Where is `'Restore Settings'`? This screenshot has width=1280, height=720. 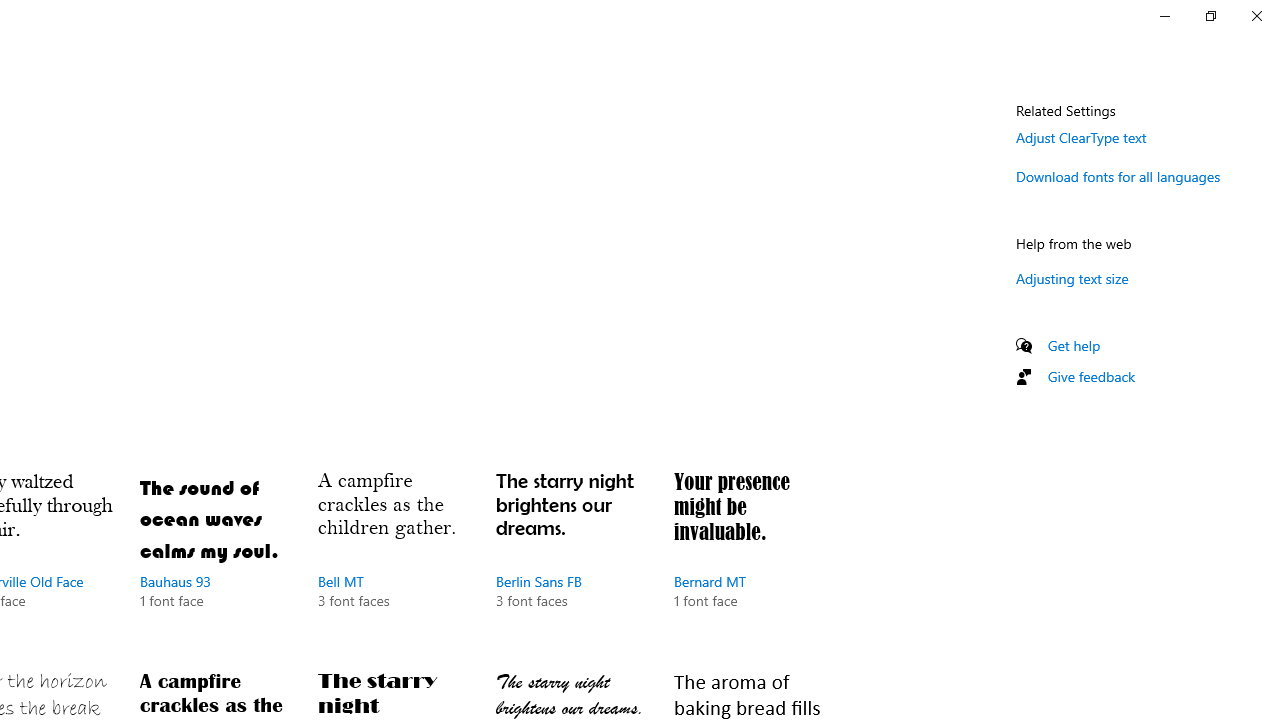
'Restore Settings' is located at coordinates (1209, 15).